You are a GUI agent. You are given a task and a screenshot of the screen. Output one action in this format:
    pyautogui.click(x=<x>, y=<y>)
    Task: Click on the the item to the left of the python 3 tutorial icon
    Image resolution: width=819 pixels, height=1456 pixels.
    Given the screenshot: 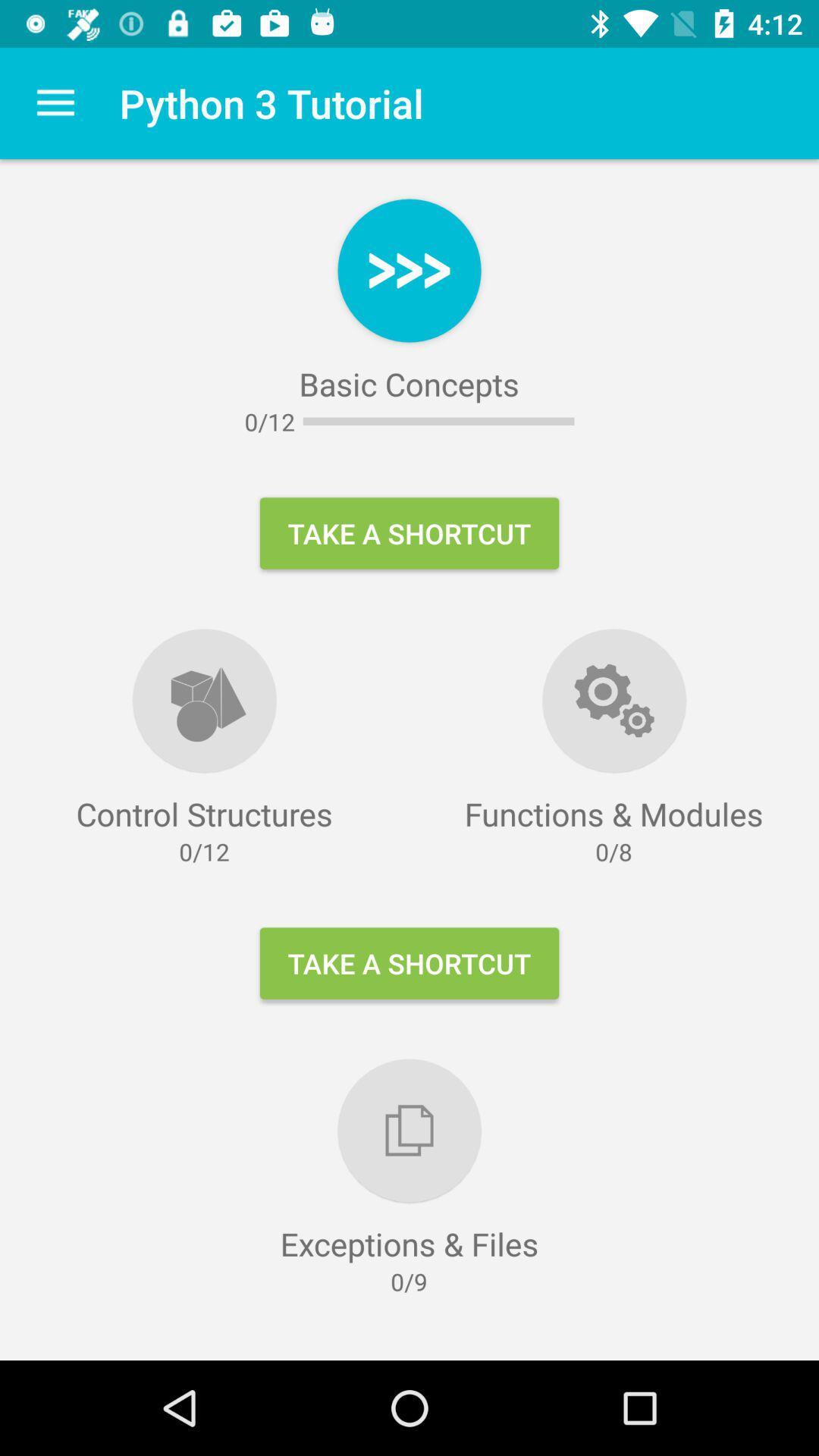 What is the action you would take?
    pyautogui.click(x=55, y=102)
    